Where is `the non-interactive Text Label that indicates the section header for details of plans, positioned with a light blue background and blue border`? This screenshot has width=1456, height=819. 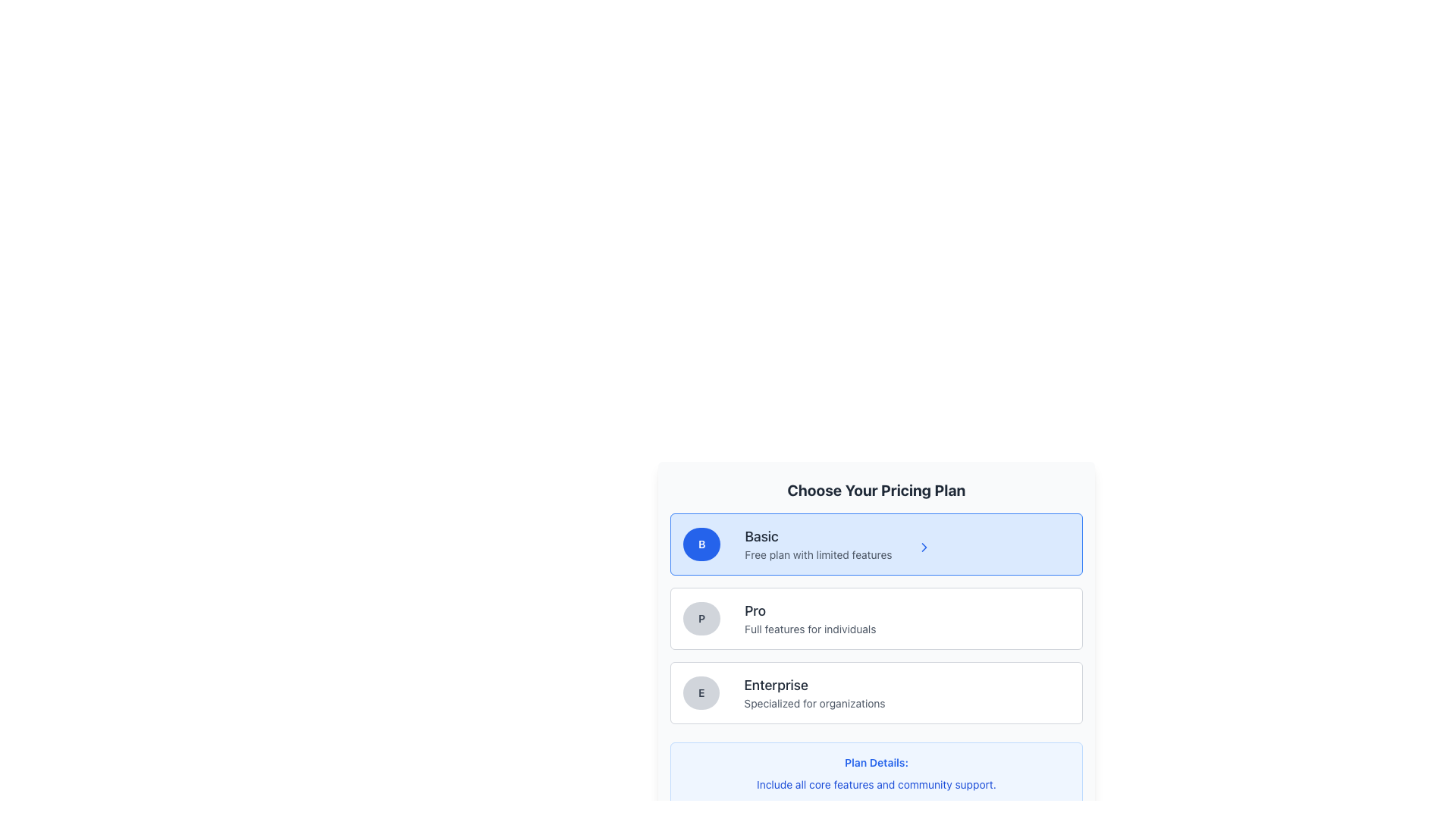
the non-interactive Text Label that indicates the section header for details of plans, positioned with a light blue background and blue border is located at coordinates (877, 763).